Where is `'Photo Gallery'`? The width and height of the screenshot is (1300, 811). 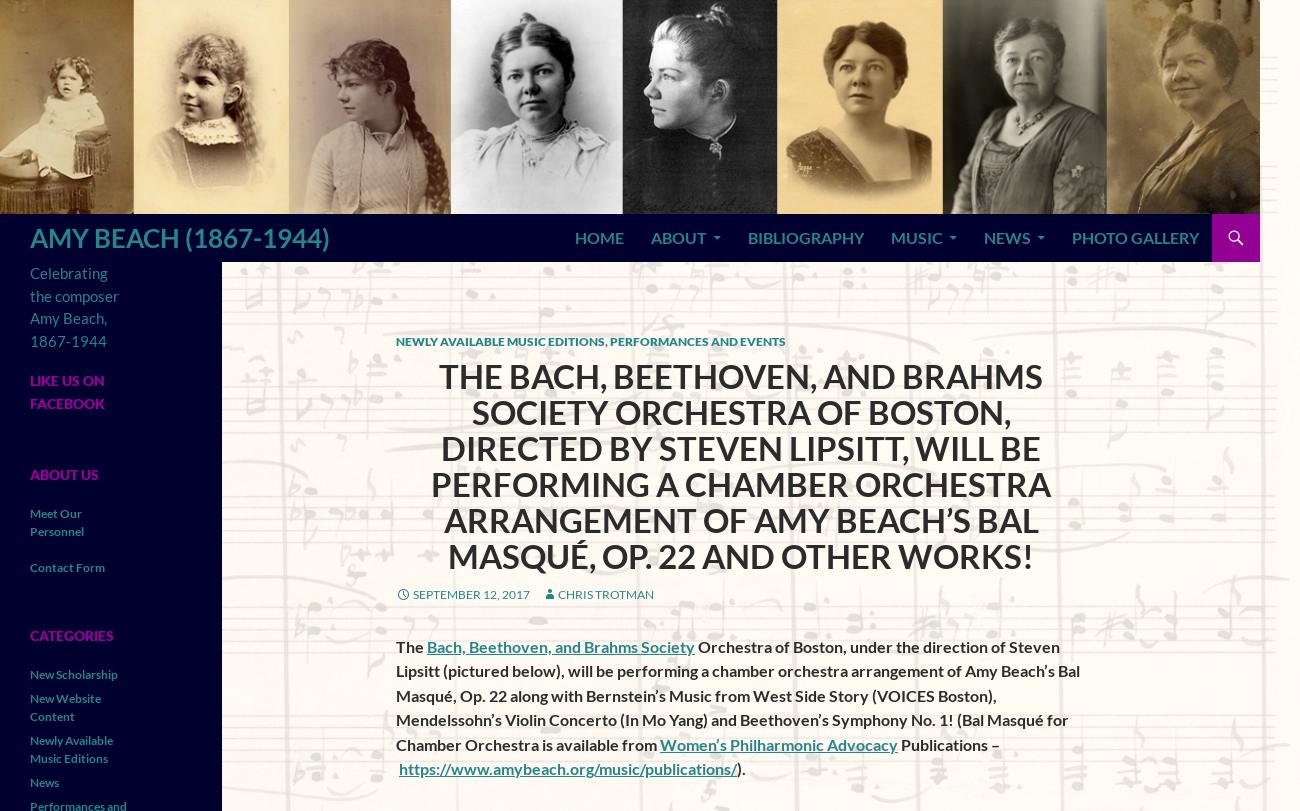
'Photo Gallery' is located at coordinates (1071, 237).